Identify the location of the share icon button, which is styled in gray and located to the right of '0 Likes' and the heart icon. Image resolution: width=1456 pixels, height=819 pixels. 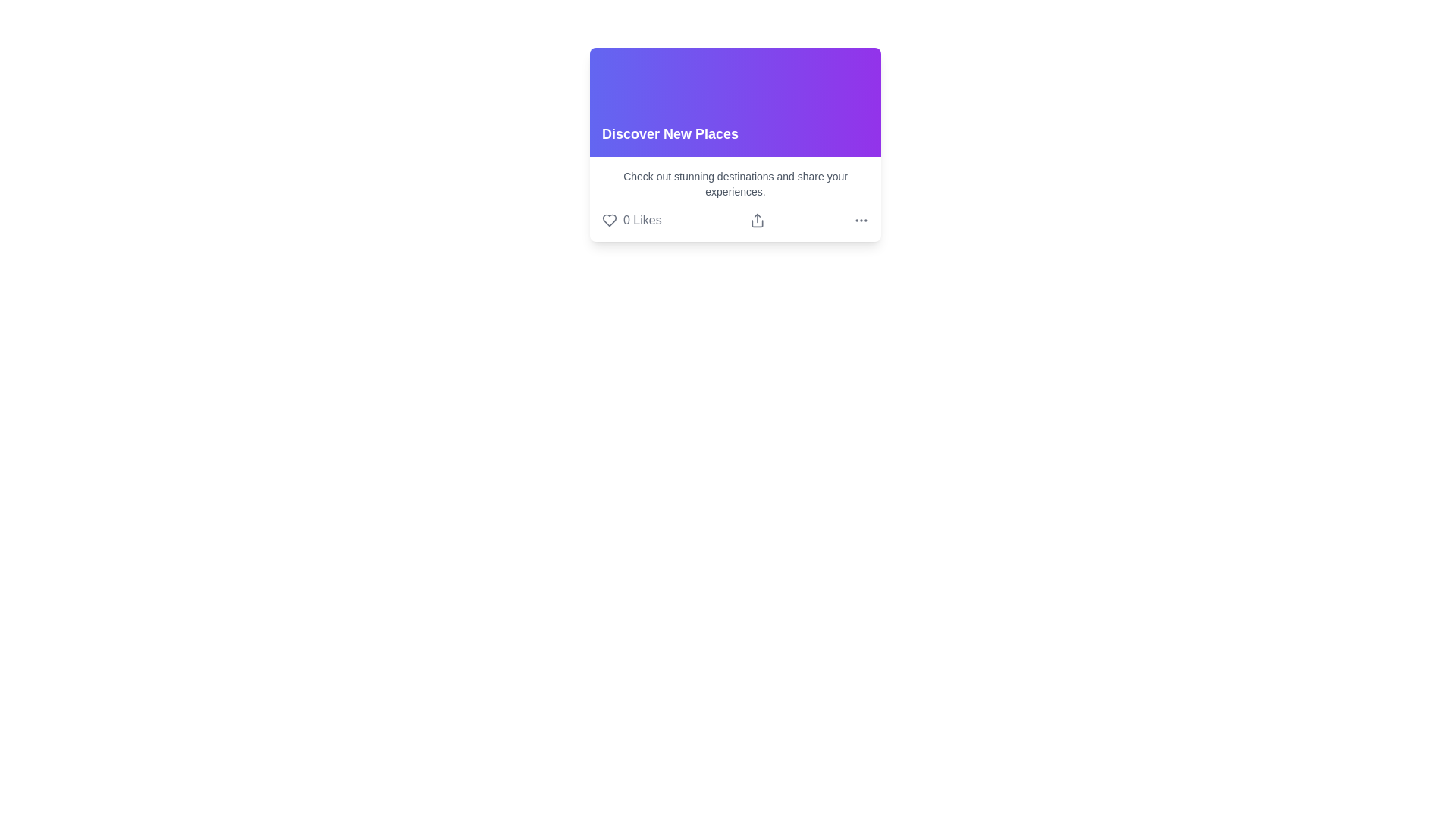
(758, 220).